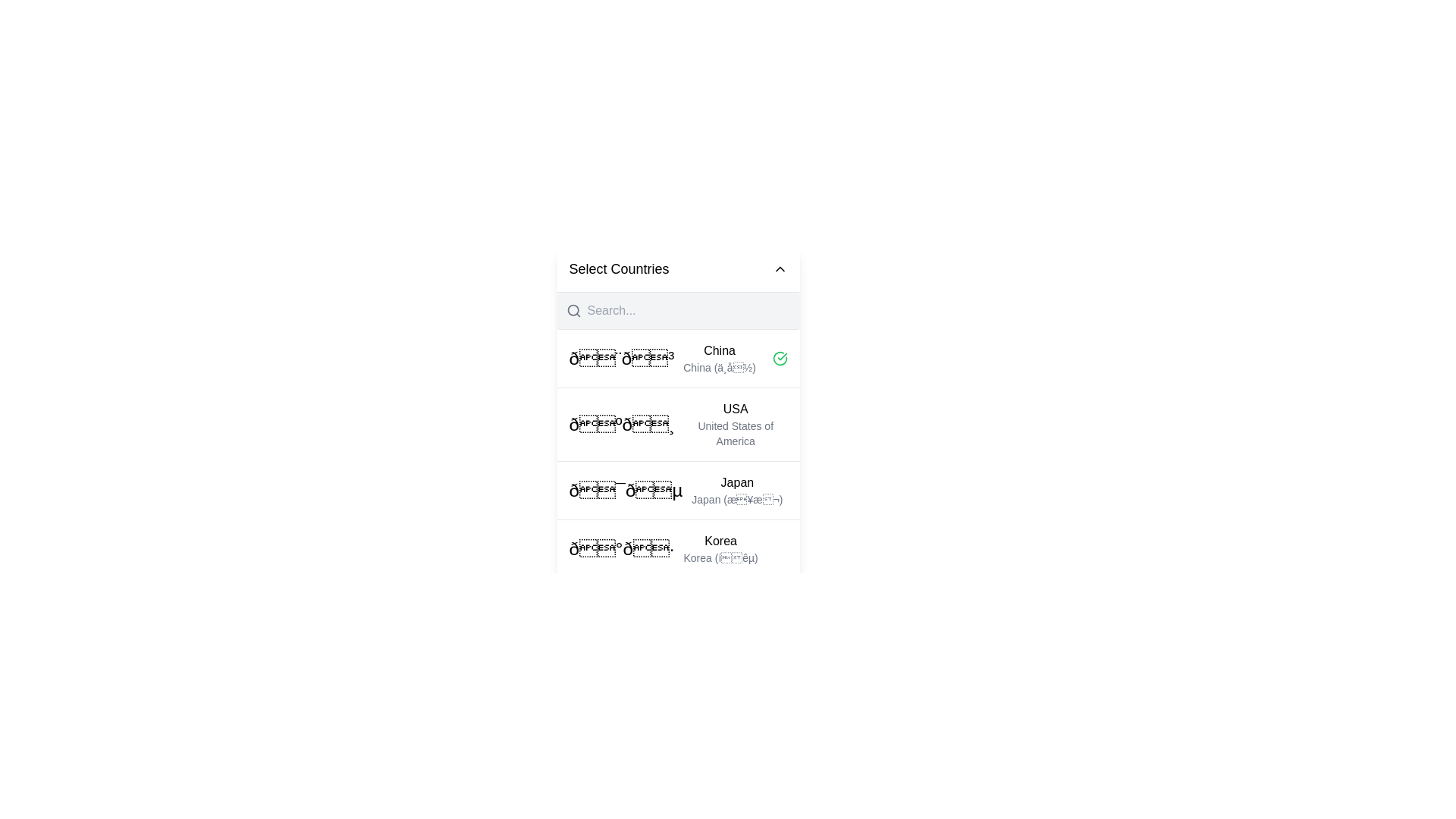 Image resolution: width=1456 pixels, height=819 pixels. Describe the element at coordinates (626, 491) in the screenshot. I see `the visual icon representing Japan, which is located to the left of the 'Japan' text in the third row of the vertical list` at that location.